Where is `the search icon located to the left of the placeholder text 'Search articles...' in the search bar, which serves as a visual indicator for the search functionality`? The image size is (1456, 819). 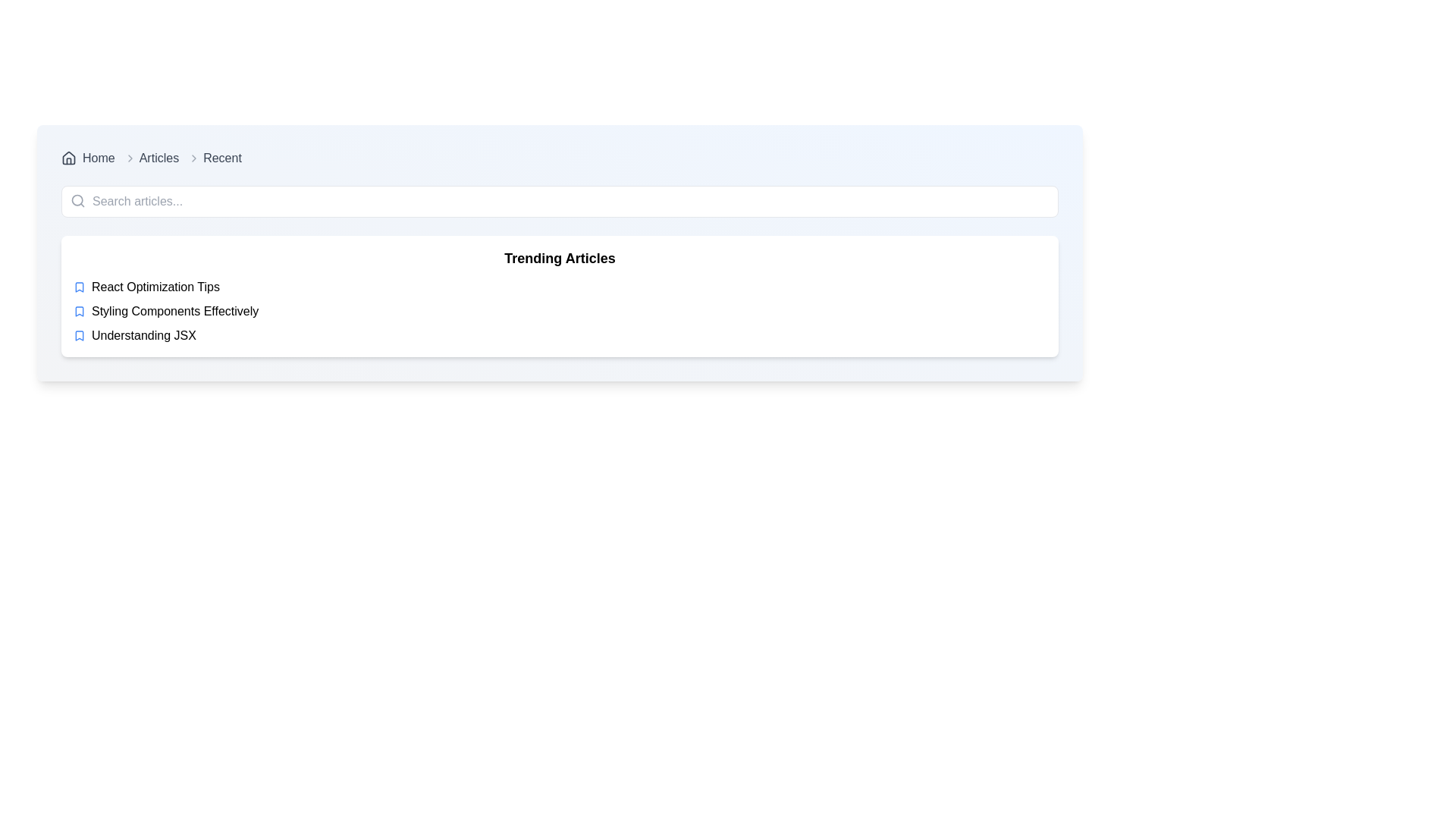
the search icon located to the left of the placeholder text 'Search articles...' in the search bar, which serves as a visual indicator for the search functionality is located at coordinates (77, 200).